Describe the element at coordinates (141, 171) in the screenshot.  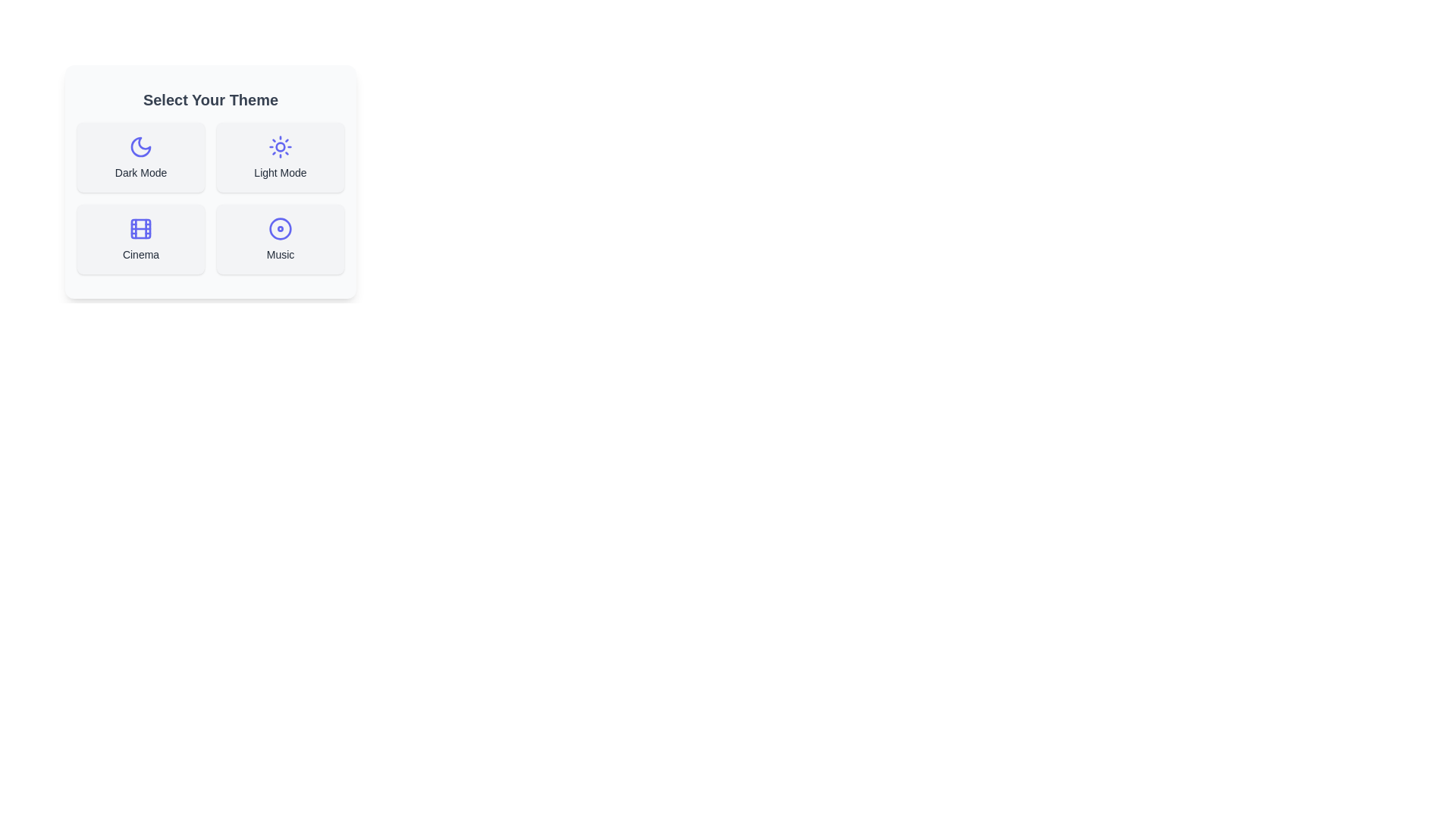
I see `text label that says 'Dark Mode' located centrally at the bottom of the 'Dark Mode' card, which is styled with rounded corners and a light gray background` at that location.